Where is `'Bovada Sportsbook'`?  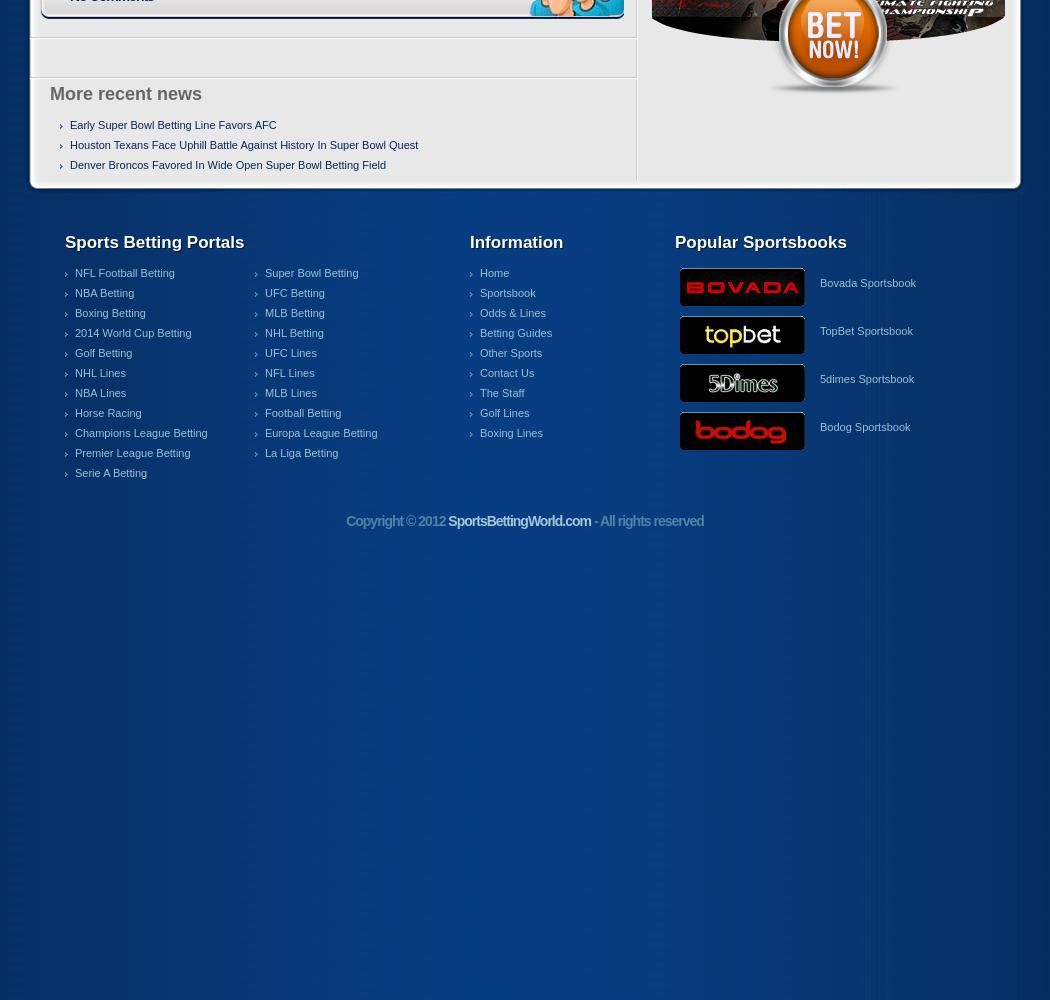 'Bovada Sportsbook' is located at coordinates (867, 283).